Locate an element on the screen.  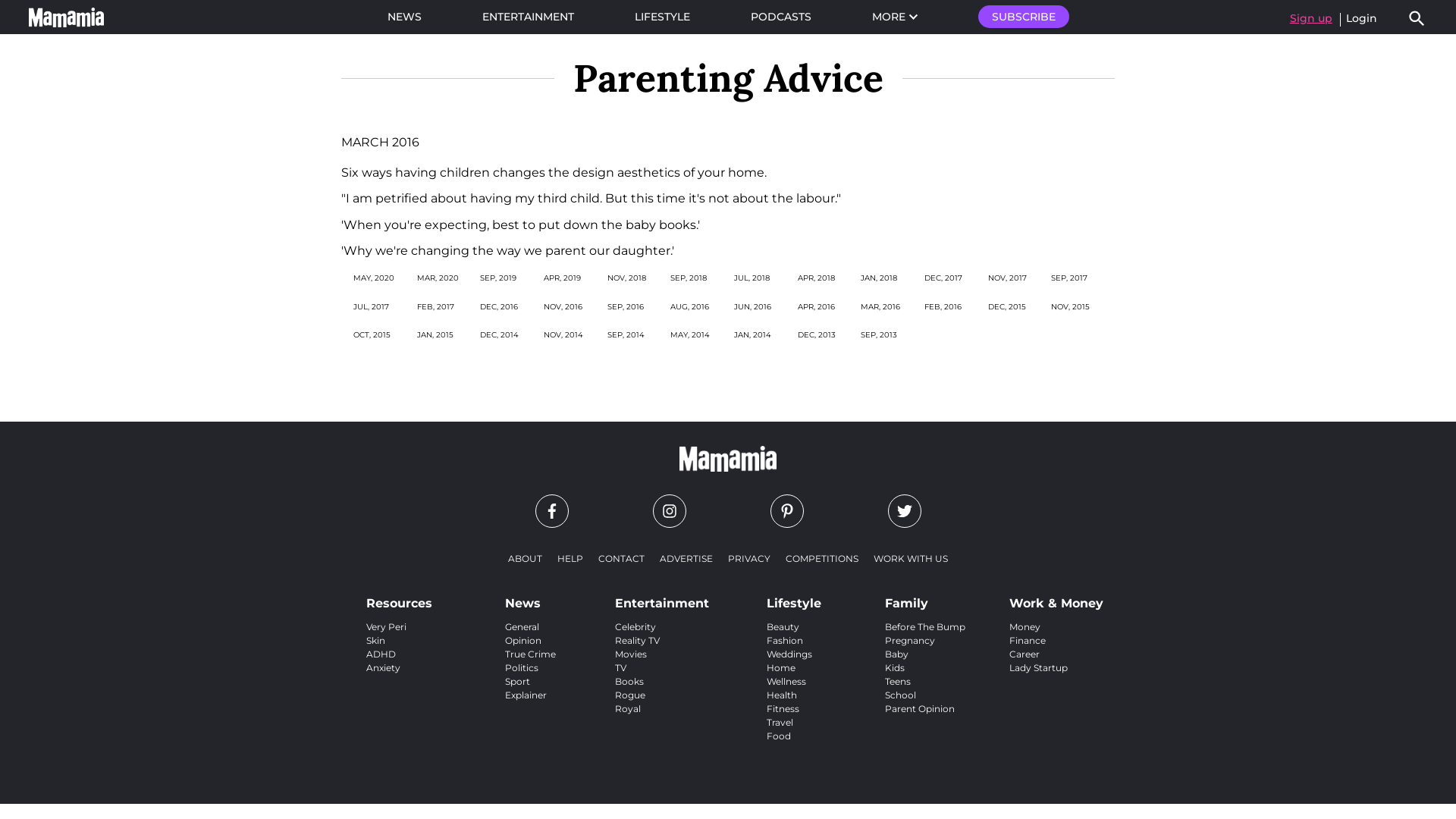
'MAY, 2020' is located at coordinates (374, 278).